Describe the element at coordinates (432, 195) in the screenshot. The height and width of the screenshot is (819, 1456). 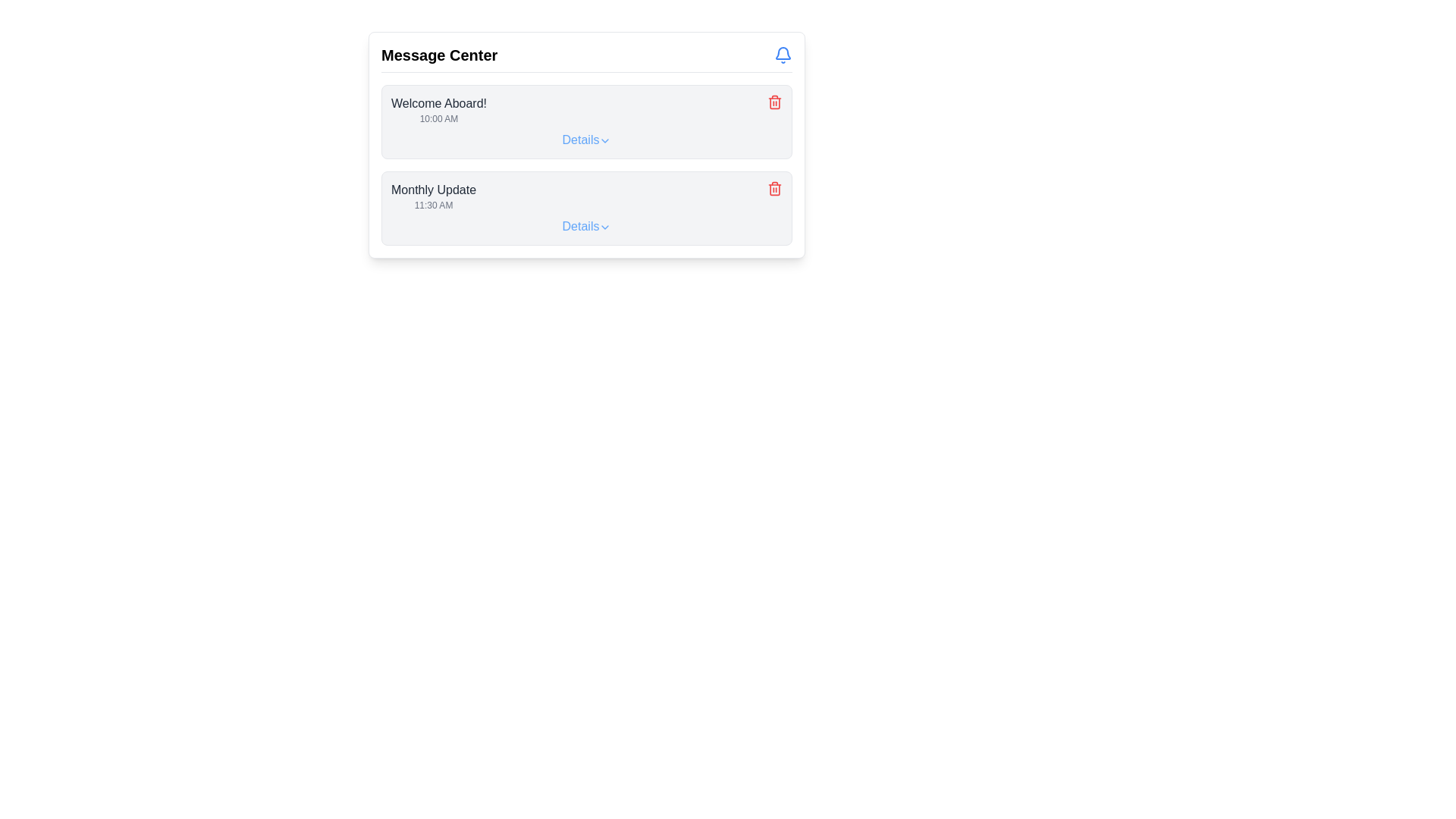
I see `the text label displaying 'Monthly Update' with its timestamp '11:30 AM', which is the second card in the message list under 'Message Center'` at that location.